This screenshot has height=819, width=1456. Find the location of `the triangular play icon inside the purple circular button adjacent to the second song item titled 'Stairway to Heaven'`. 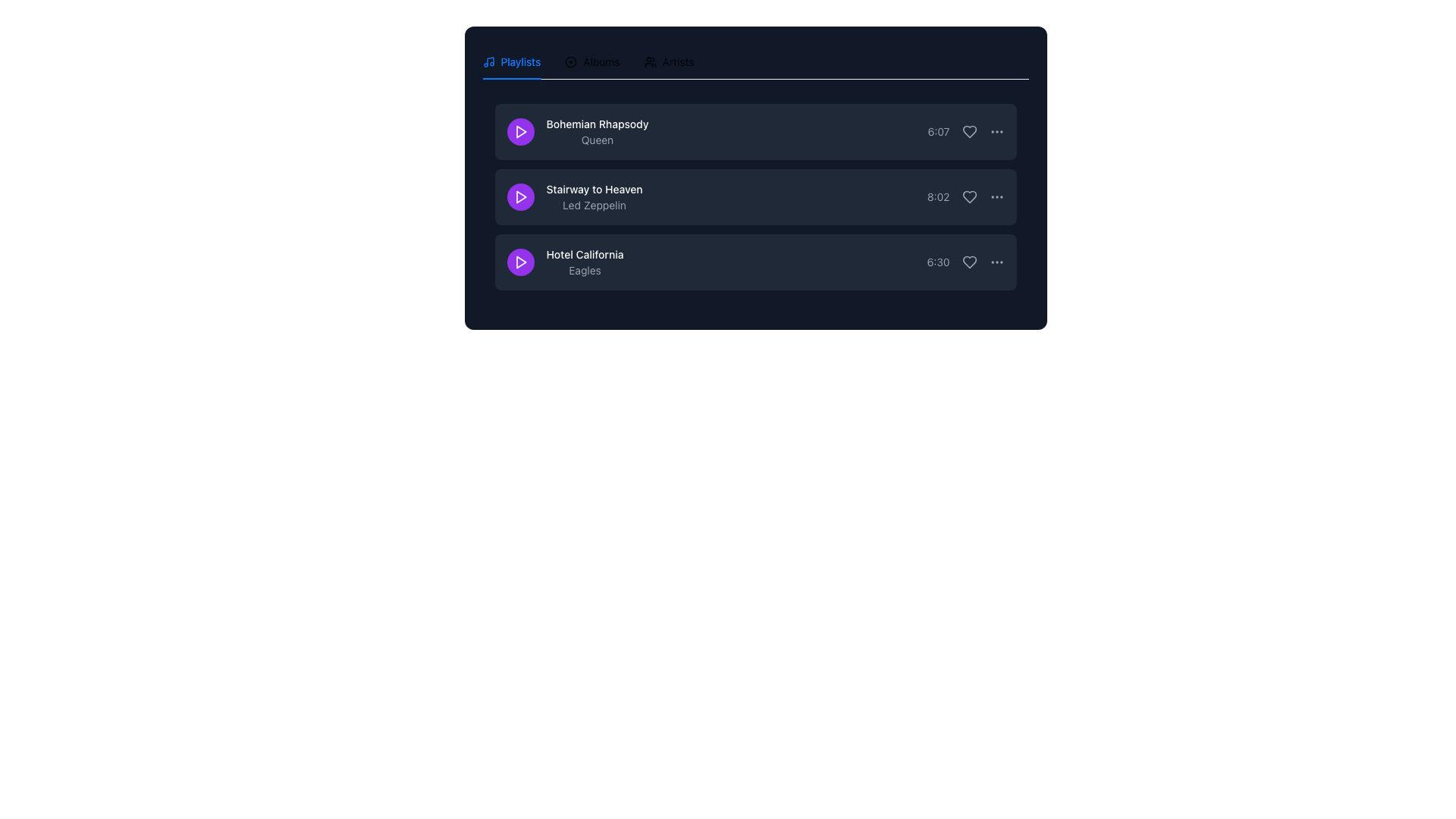

the triangular play icon inside the purple circular button adjacent to the second song item titled 'Stairway to Heaven' is located at coordinates (520, 196).